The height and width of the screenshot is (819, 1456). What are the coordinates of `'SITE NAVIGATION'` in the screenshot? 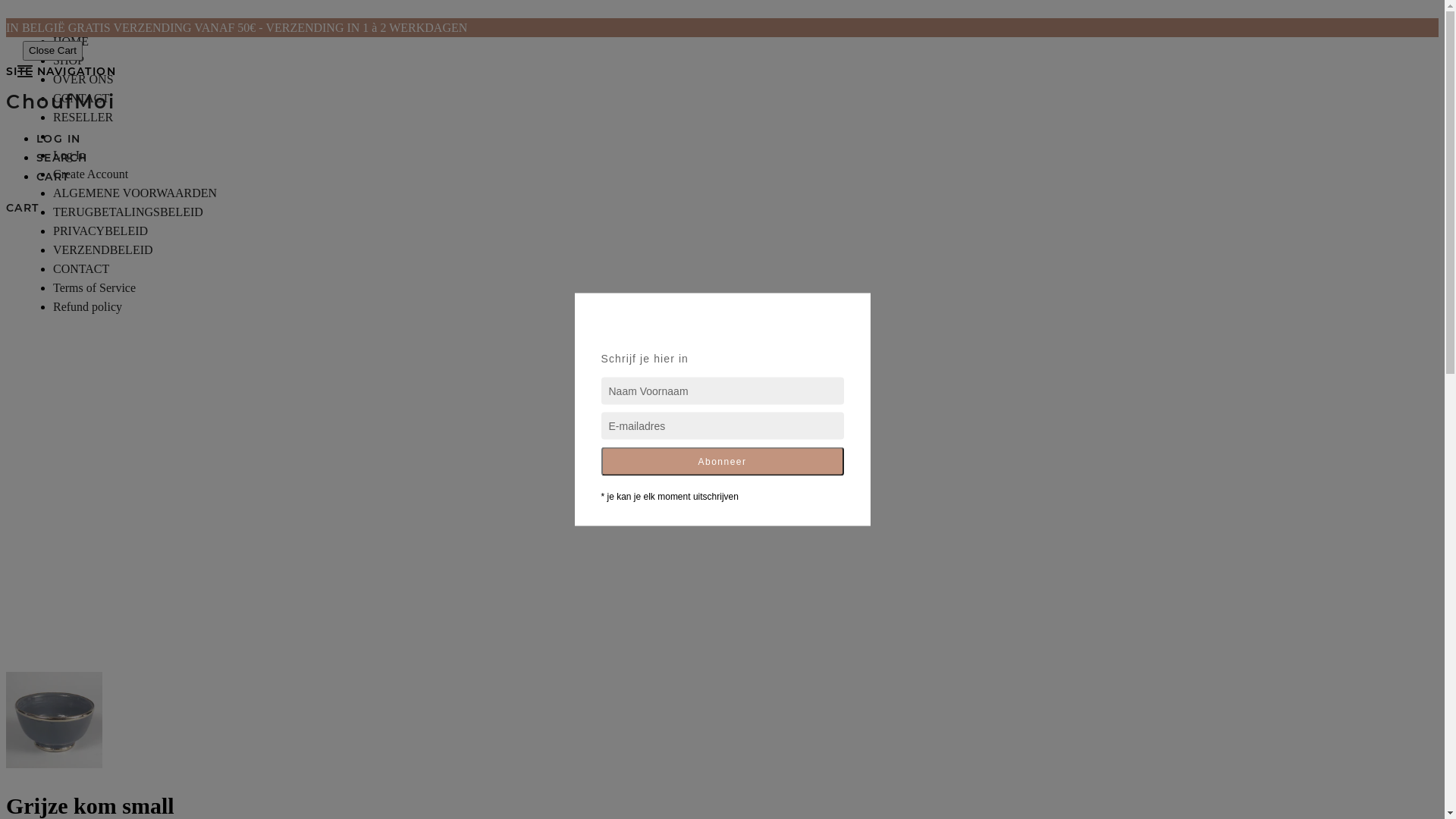 It's located at (25, 71).